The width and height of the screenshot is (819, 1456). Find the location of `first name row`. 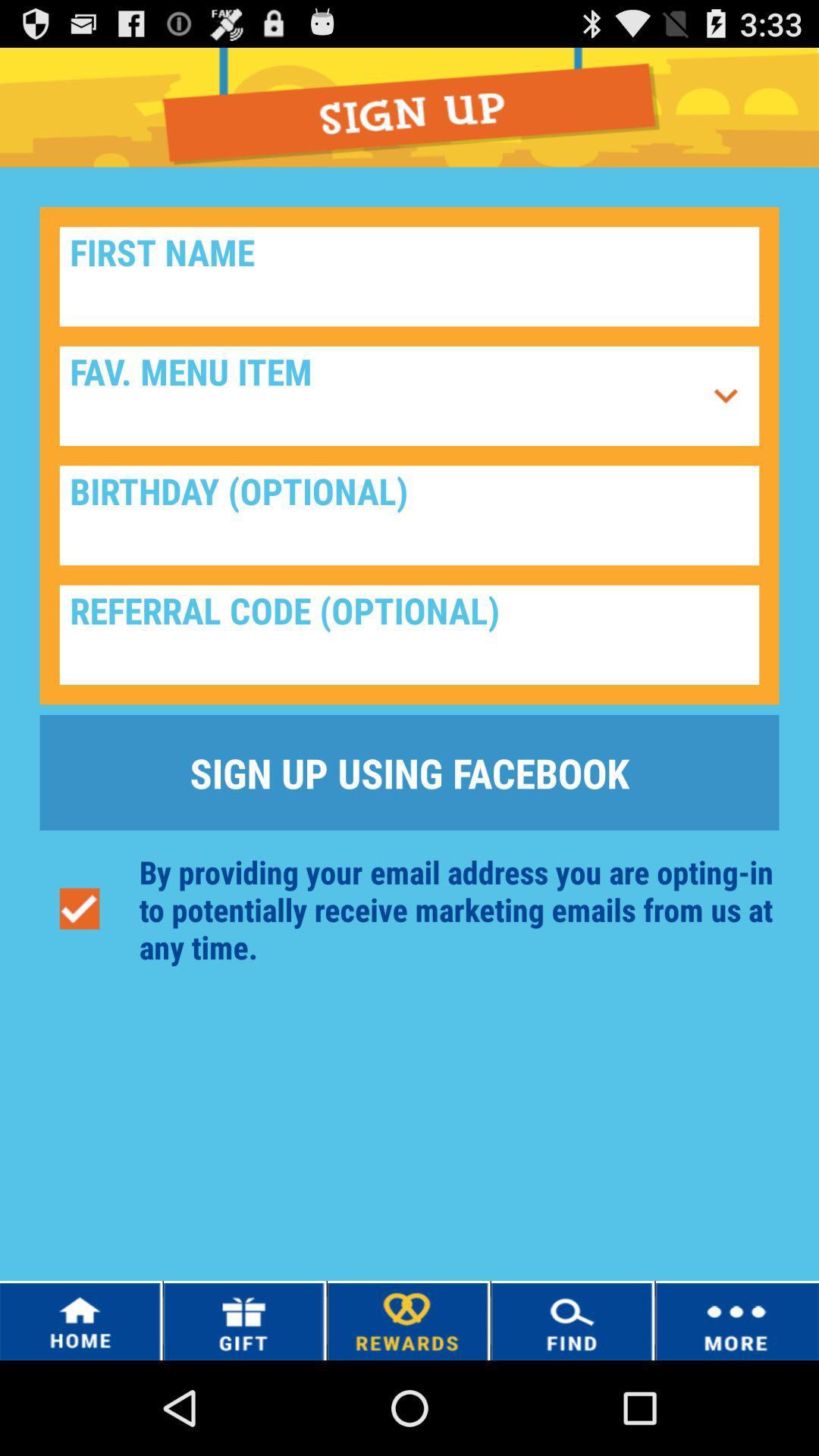

first name row is located at coordinates (409, 276).